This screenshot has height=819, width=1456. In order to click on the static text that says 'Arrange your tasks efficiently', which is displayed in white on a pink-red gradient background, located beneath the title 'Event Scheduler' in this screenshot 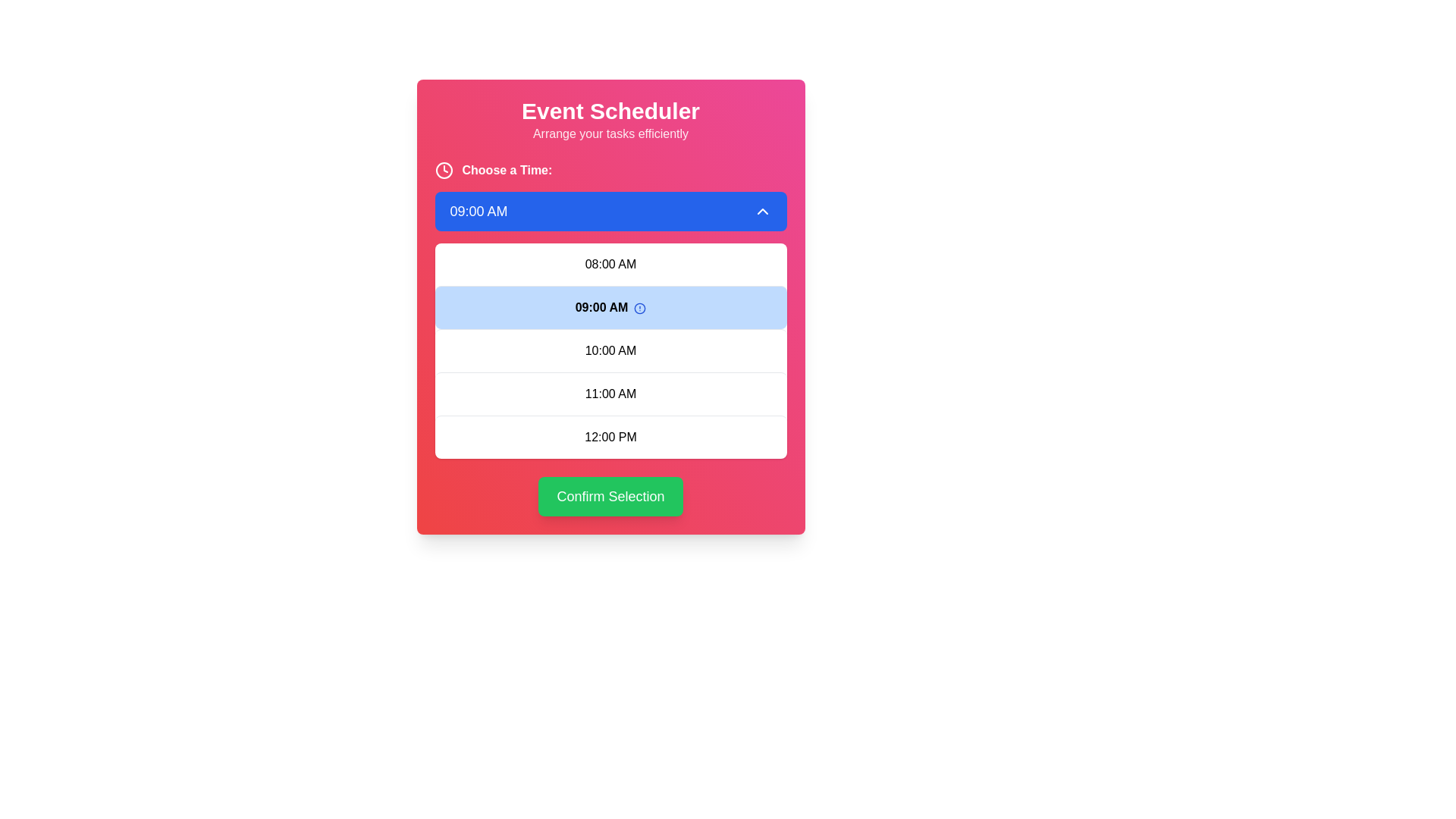, I will do `click(610, 133)`.